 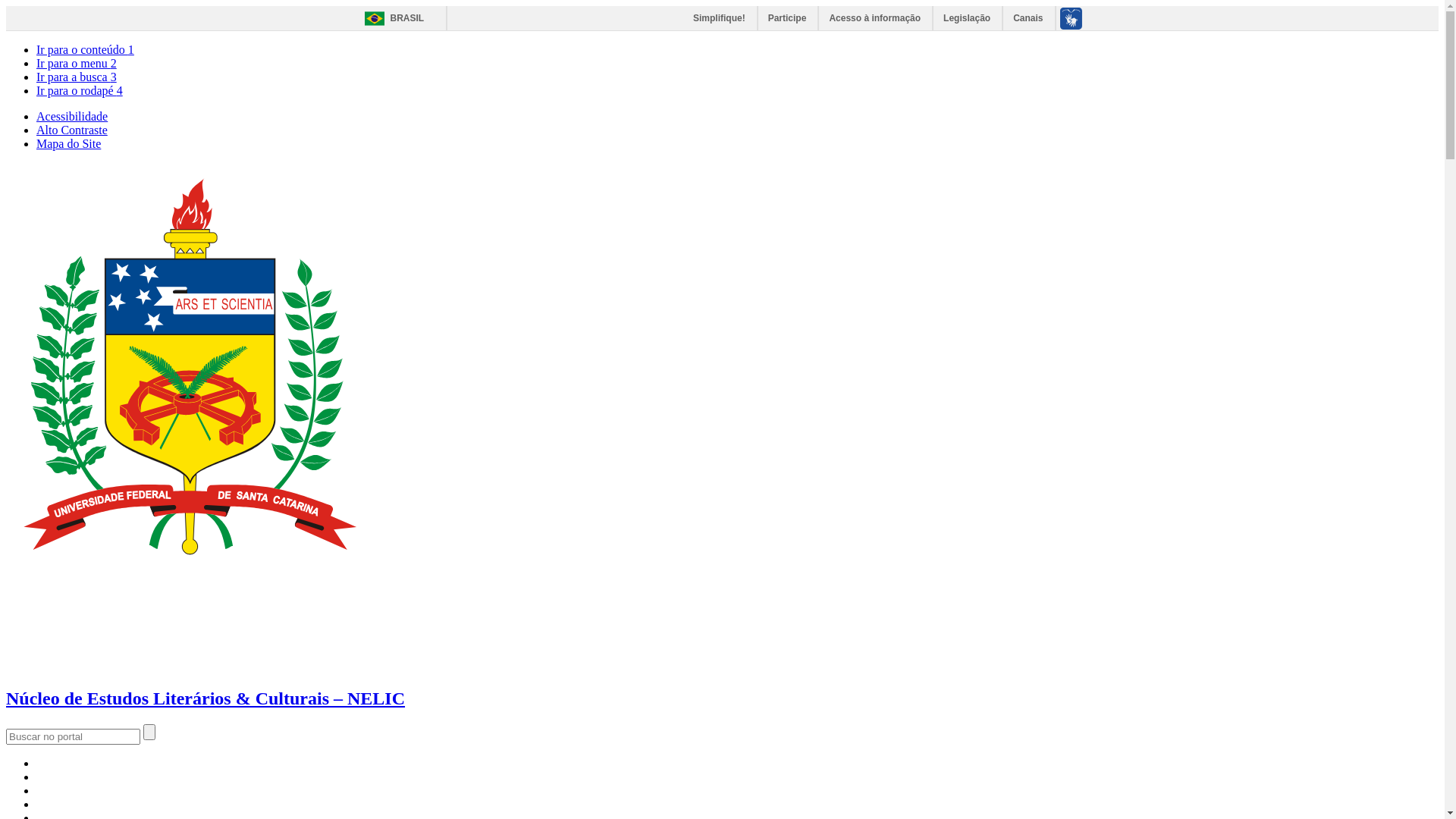 What do you see at coordinates (719, 17) in the screenshot?
I see `'Simplifique!'` at bounding box center [719, 17].